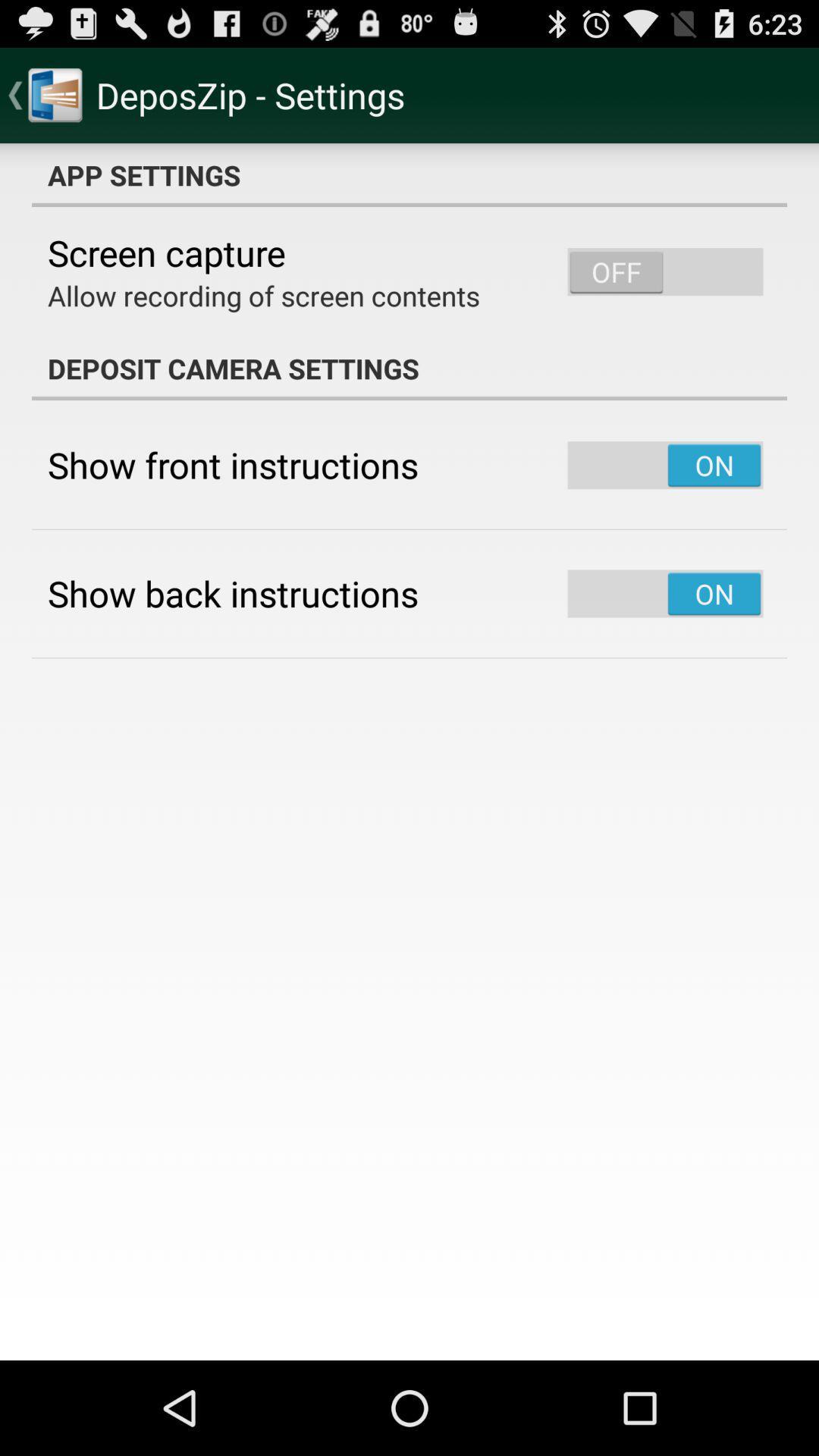  Describe the element at coordinates (409, 368) in the screenshot. I see `the deposit camera settings app` at that location.